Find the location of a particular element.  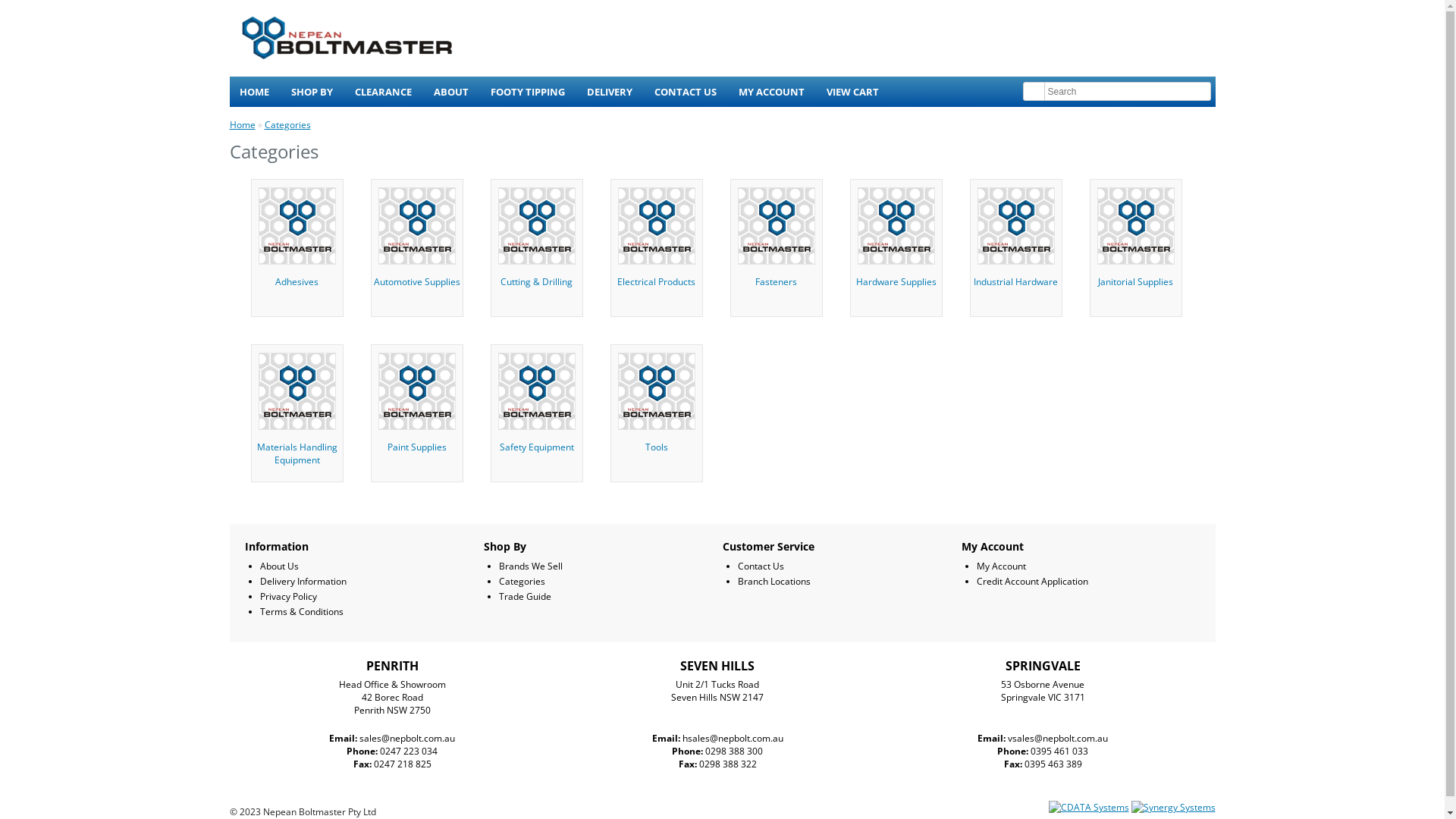

'Industrial Hardware' is located at coordinates (1015, 242).